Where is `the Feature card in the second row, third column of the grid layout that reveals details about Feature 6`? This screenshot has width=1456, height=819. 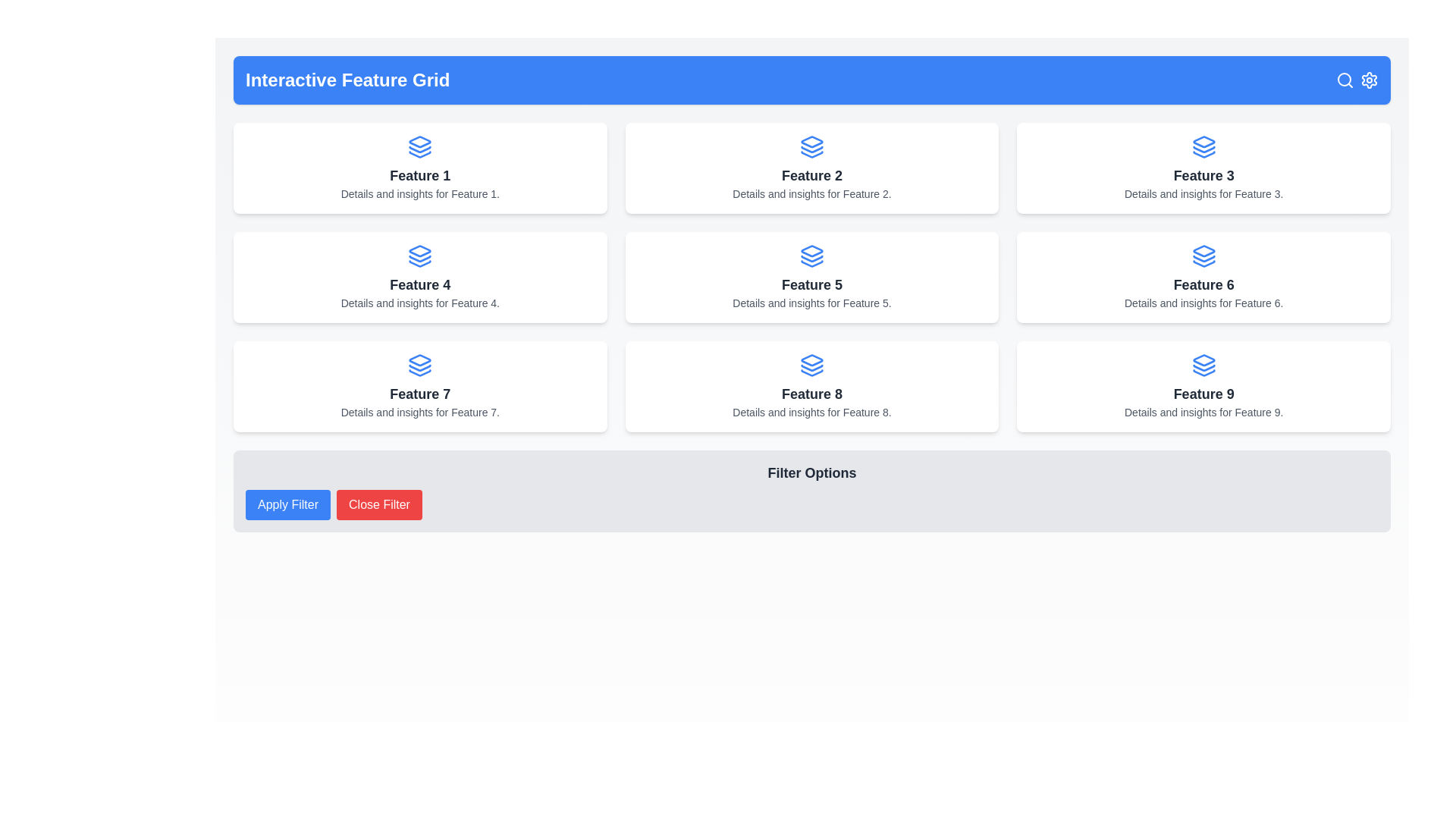 the Feature card in the second row, third column of the grid layout that reveals details about Feature 6 is located at coordinates (1203, 278).